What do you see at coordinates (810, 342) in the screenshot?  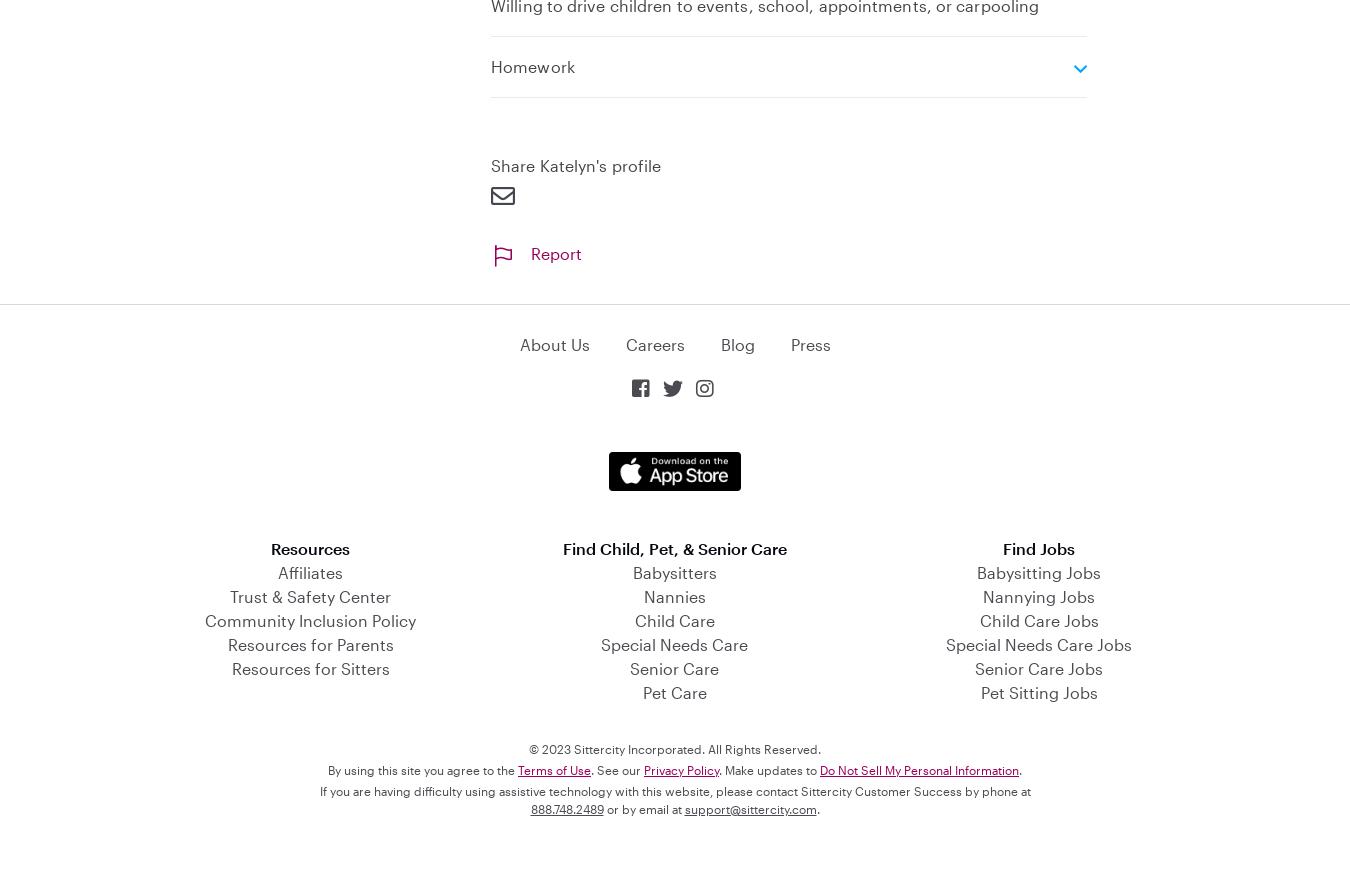 I see `'Press'` at bounding box center [810, 342].